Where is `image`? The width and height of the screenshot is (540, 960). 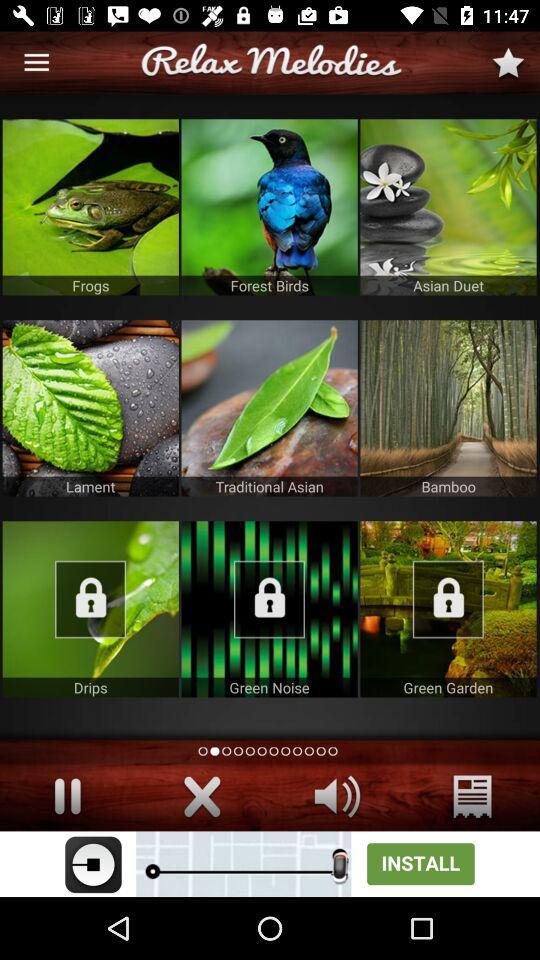 image is located at coordinates (448, 207).